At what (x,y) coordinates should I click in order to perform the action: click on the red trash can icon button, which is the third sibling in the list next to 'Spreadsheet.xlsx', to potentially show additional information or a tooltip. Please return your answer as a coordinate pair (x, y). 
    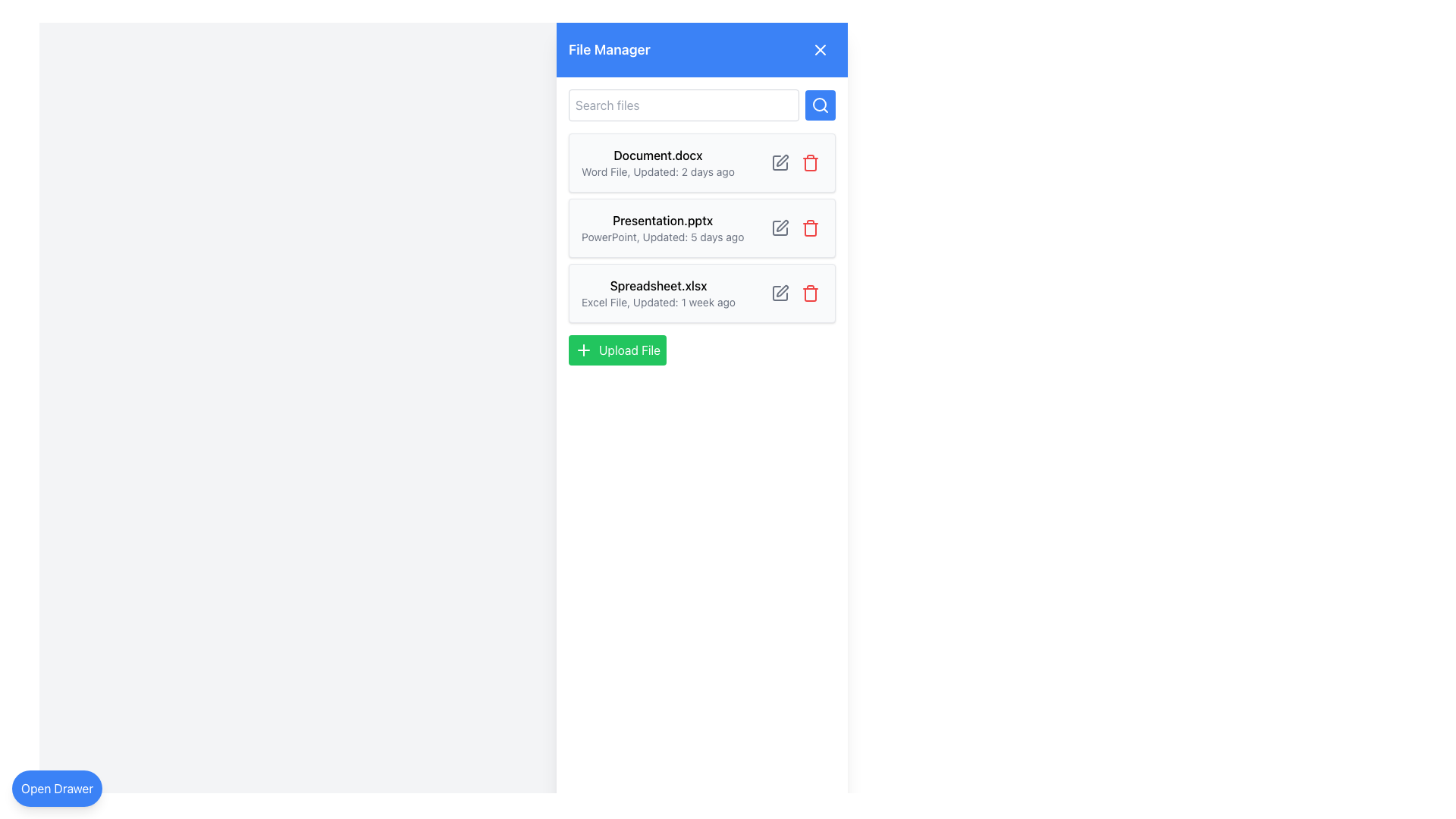
    Looking at the image, I should click on (810, 163).